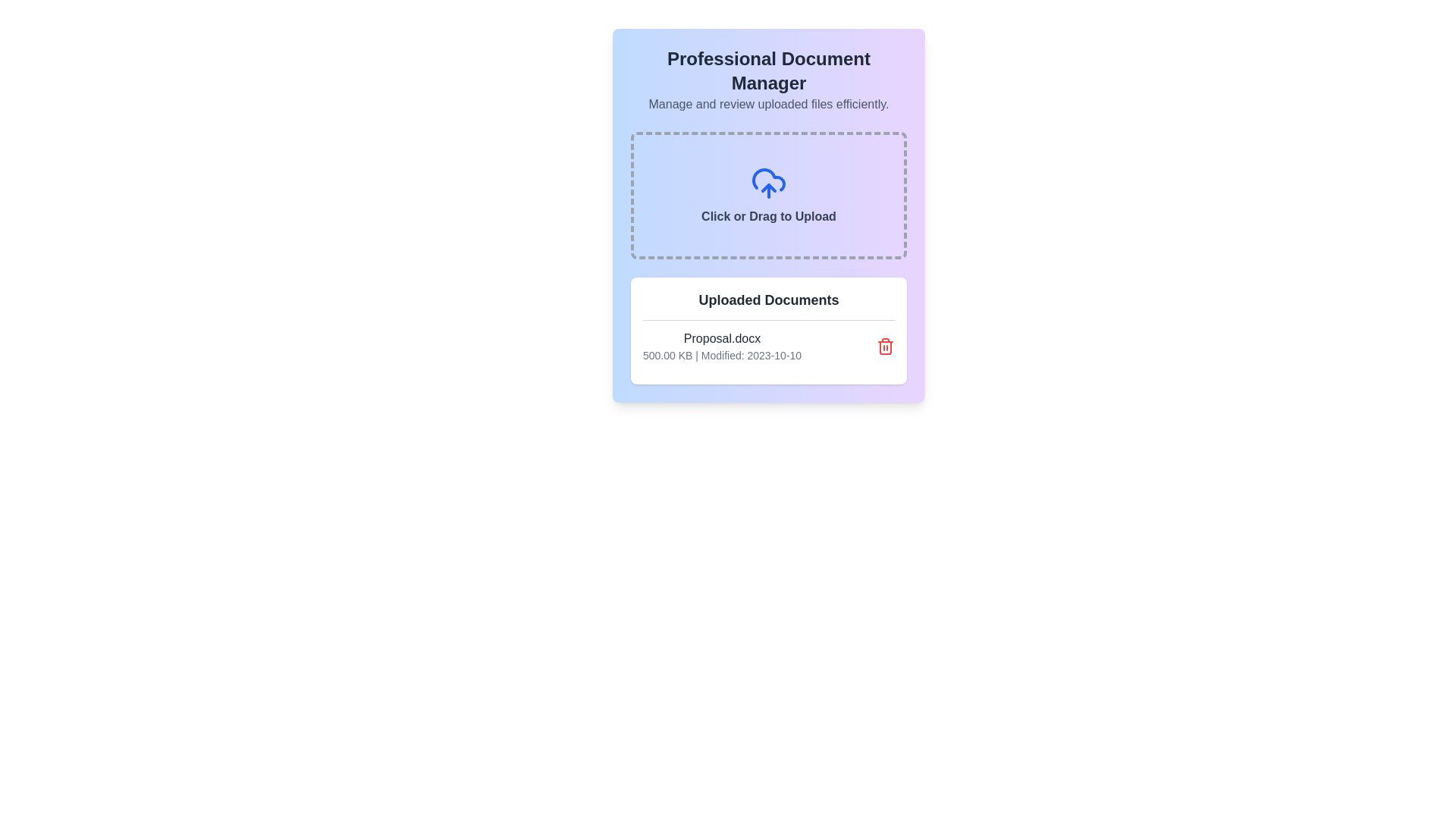 This screenshot has width=1456, height=819. What do you see at coordinates (768, 195) in the screenshot?
I see `the interactive text with an upload icon, styled as a button` at bounding box center [768, 195].